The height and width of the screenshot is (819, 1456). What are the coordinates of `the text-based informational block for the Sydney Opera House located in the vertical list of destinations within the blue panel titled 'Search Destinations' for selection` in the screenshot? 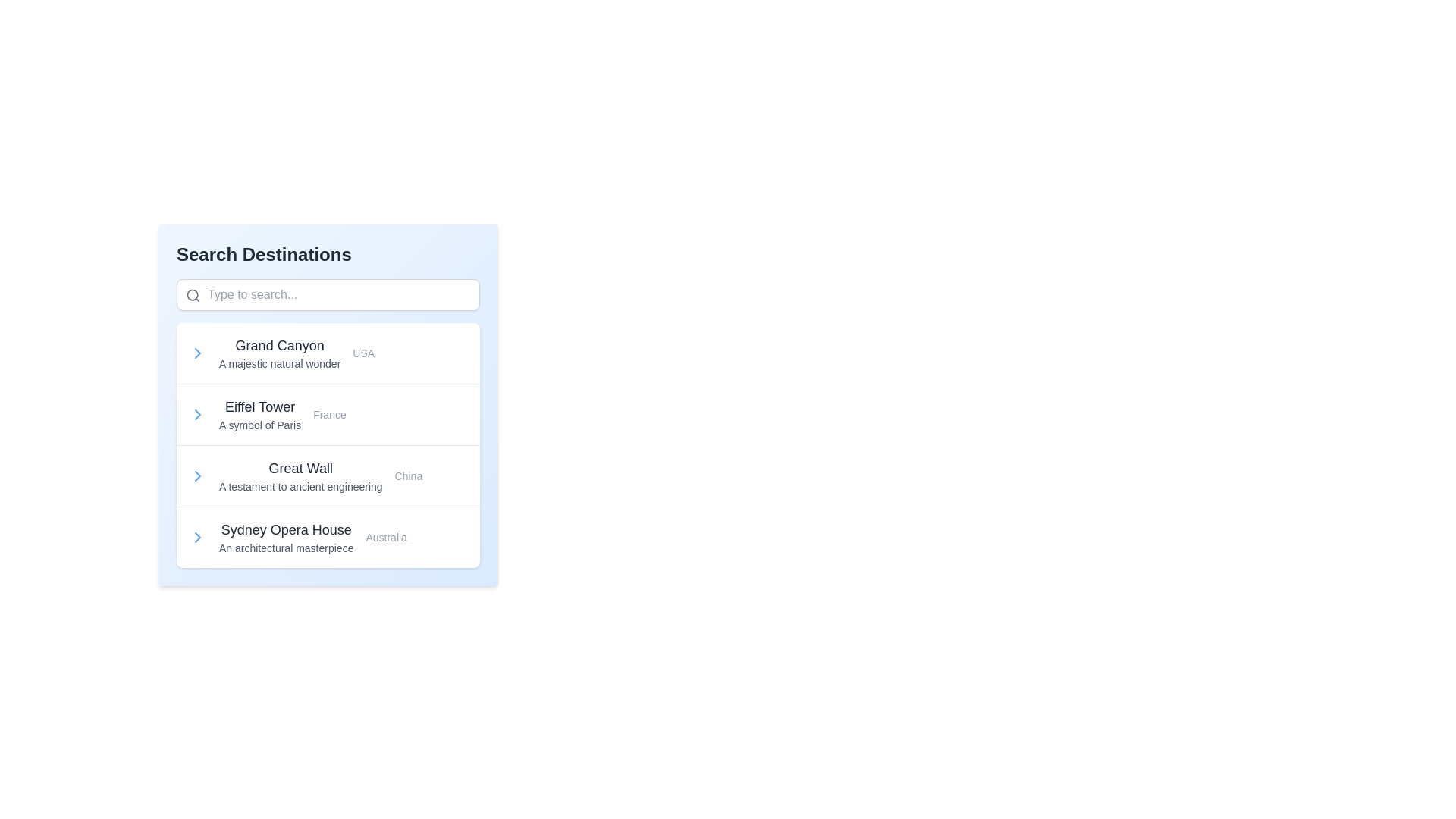 It's located at (286, 537).